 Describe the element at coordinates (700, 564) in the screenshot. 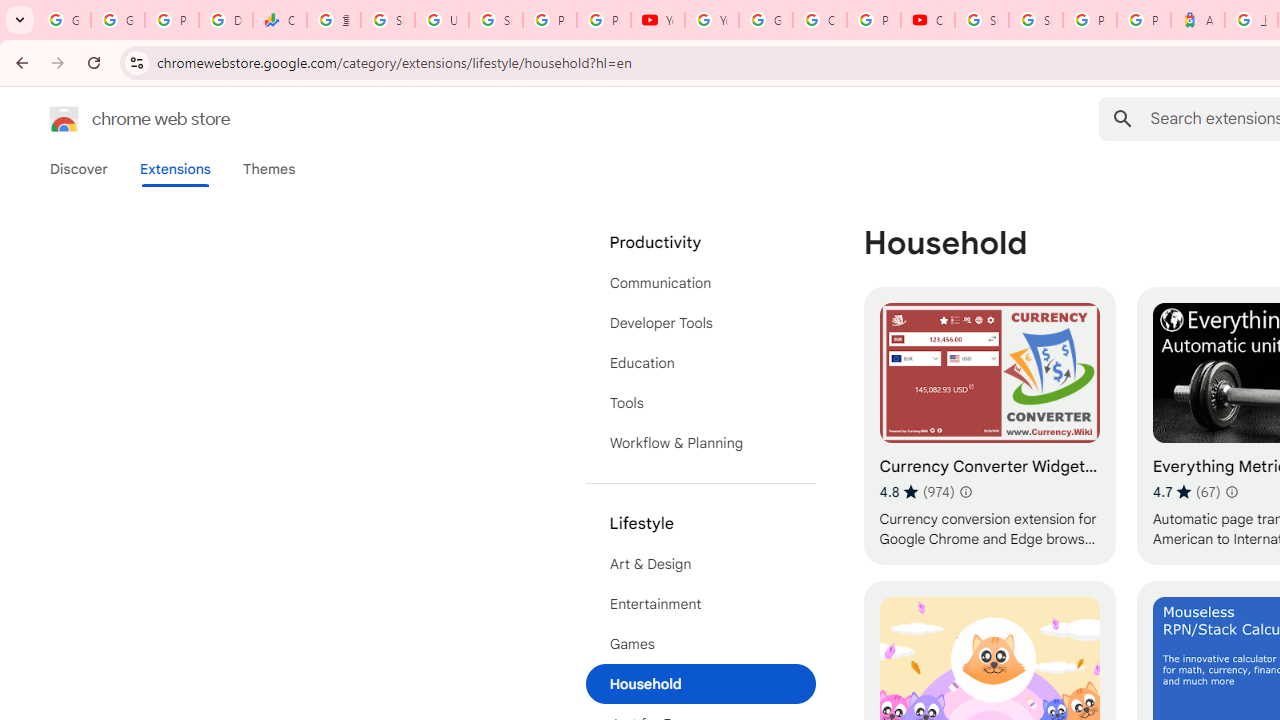

I see `'Art & Design'` at that location.